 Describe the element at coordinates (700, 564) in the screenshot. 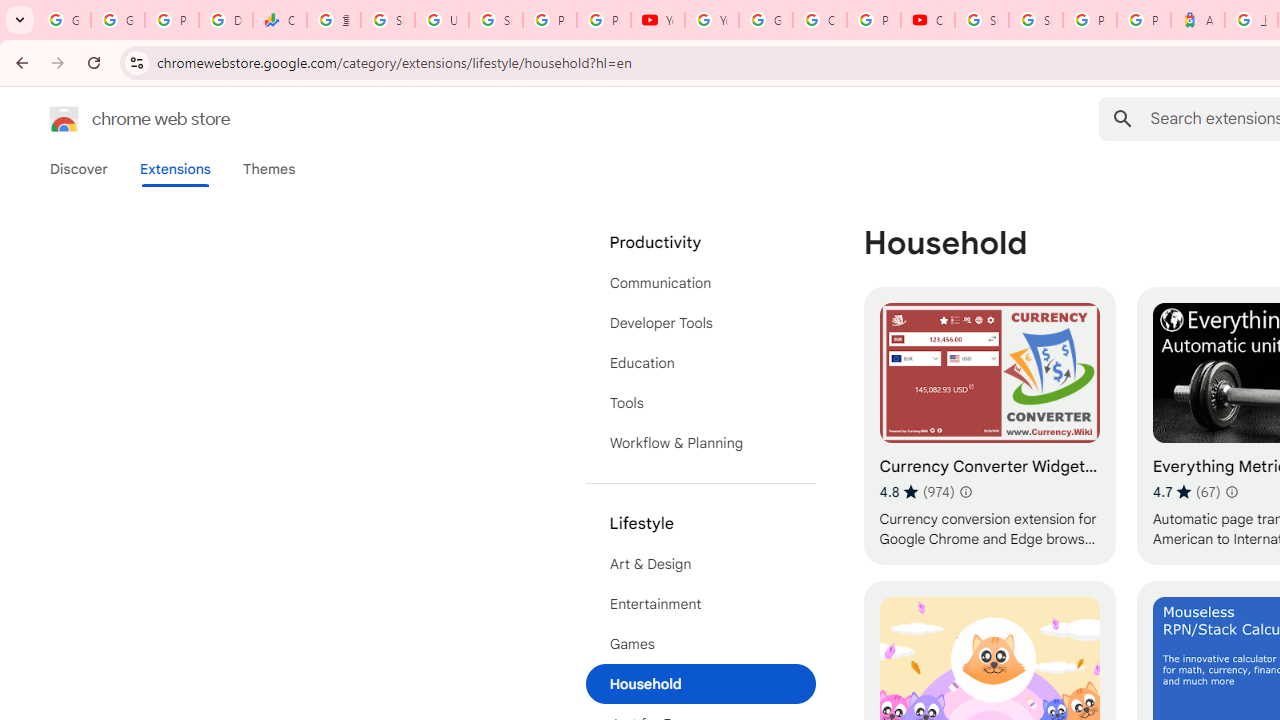

I see `'Art & Design'` at that location.